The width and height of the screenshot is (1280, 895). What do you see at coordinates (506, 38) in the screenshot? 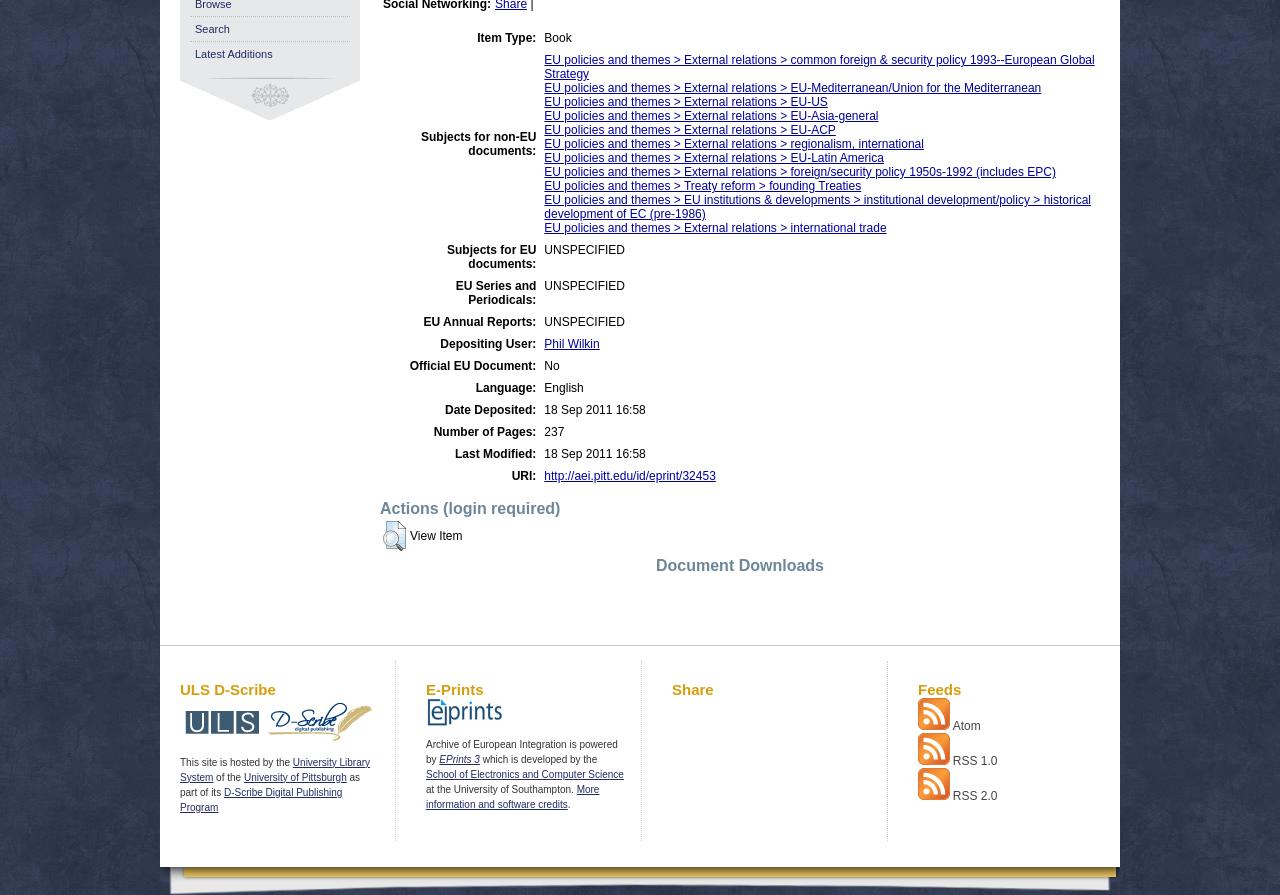
I see `'Item Type:'` at bounding box center [506, 38].